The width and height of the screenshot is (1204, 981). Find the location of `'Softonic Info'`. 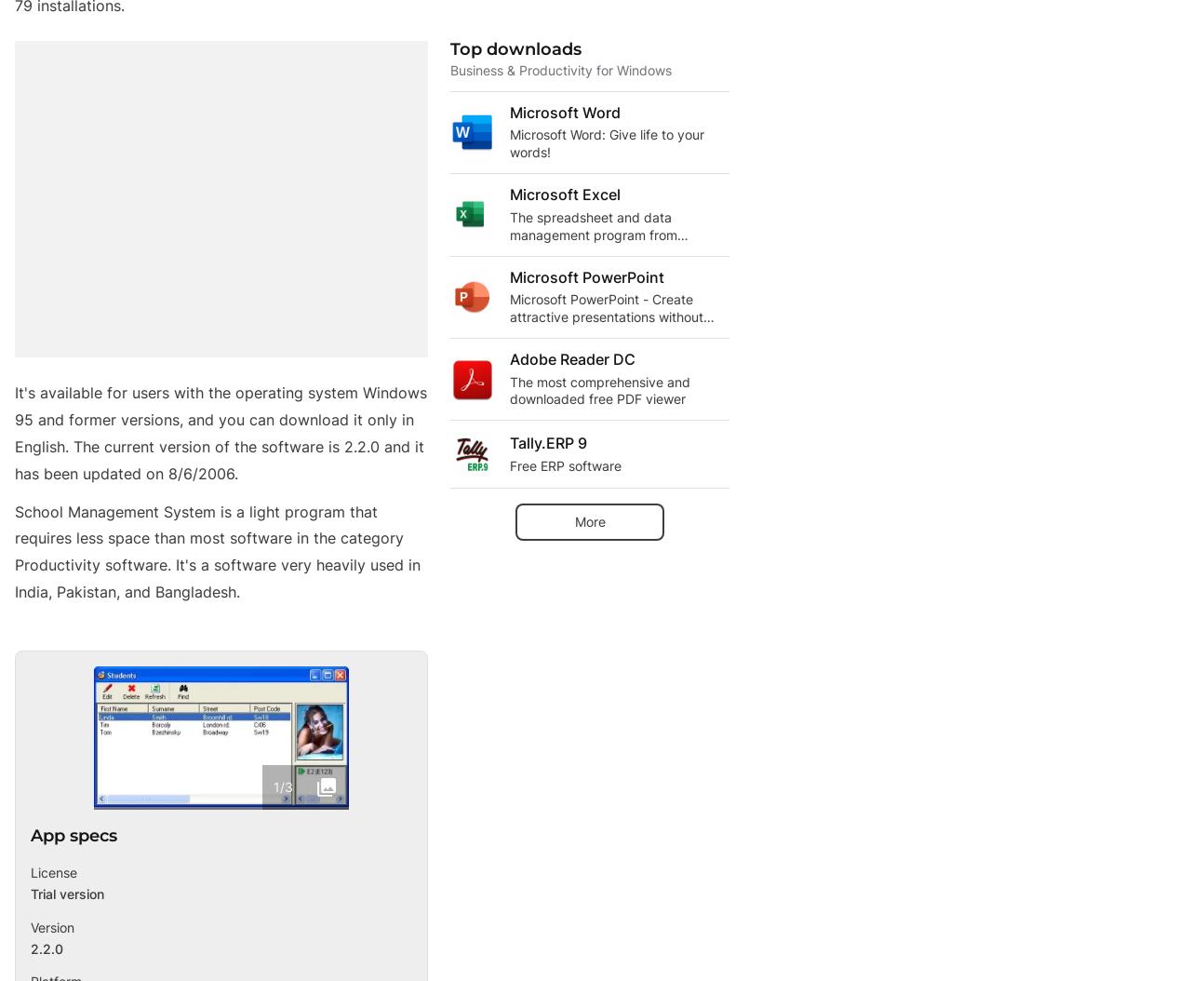

'Softonic Info' is located at coordinates (60, 640).